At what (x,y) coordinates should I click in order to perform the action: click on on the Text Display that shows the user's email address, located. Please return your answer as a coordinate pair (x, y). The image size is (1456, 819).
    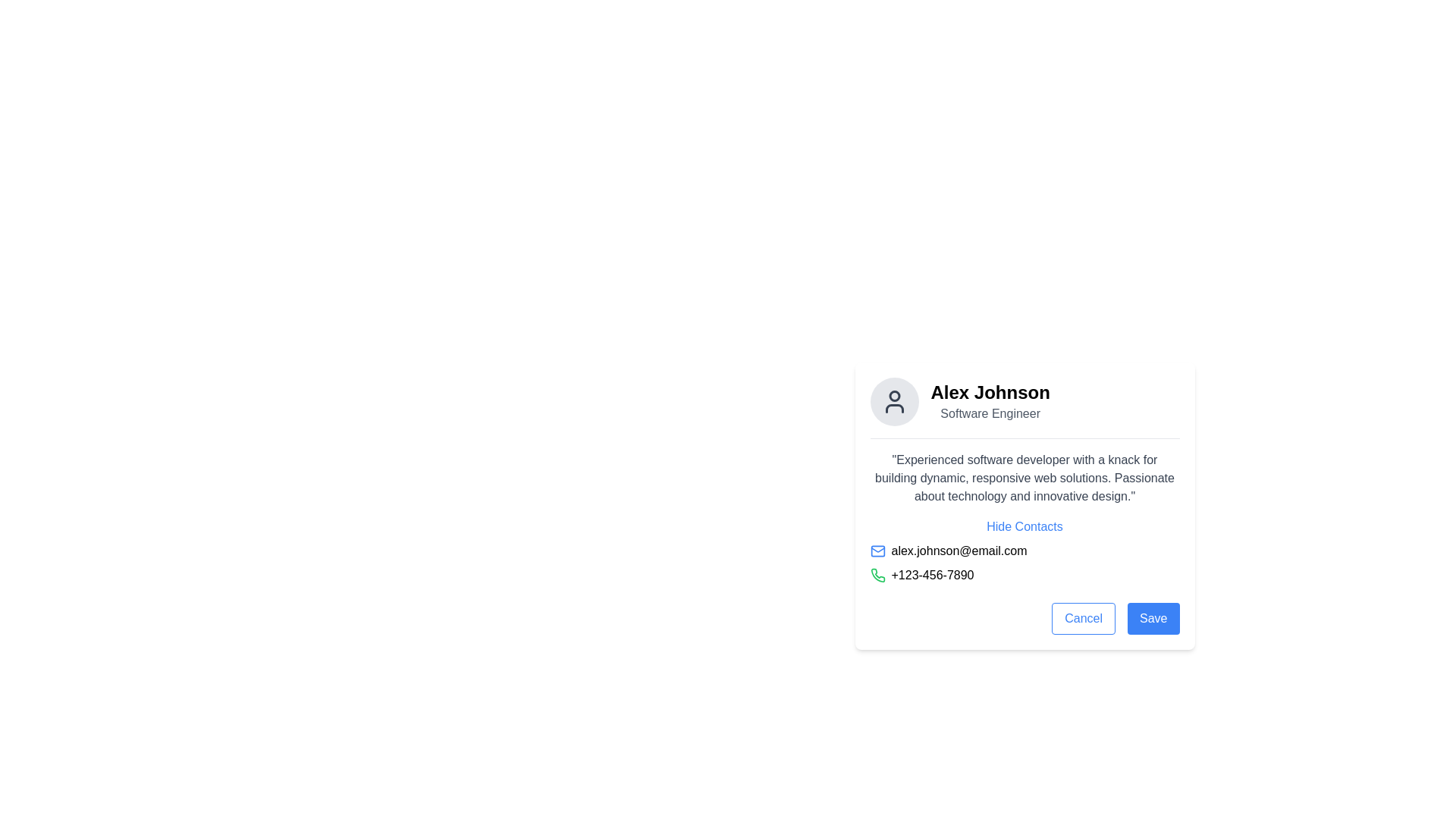
    Looking at the image, I should click on (959, 551).